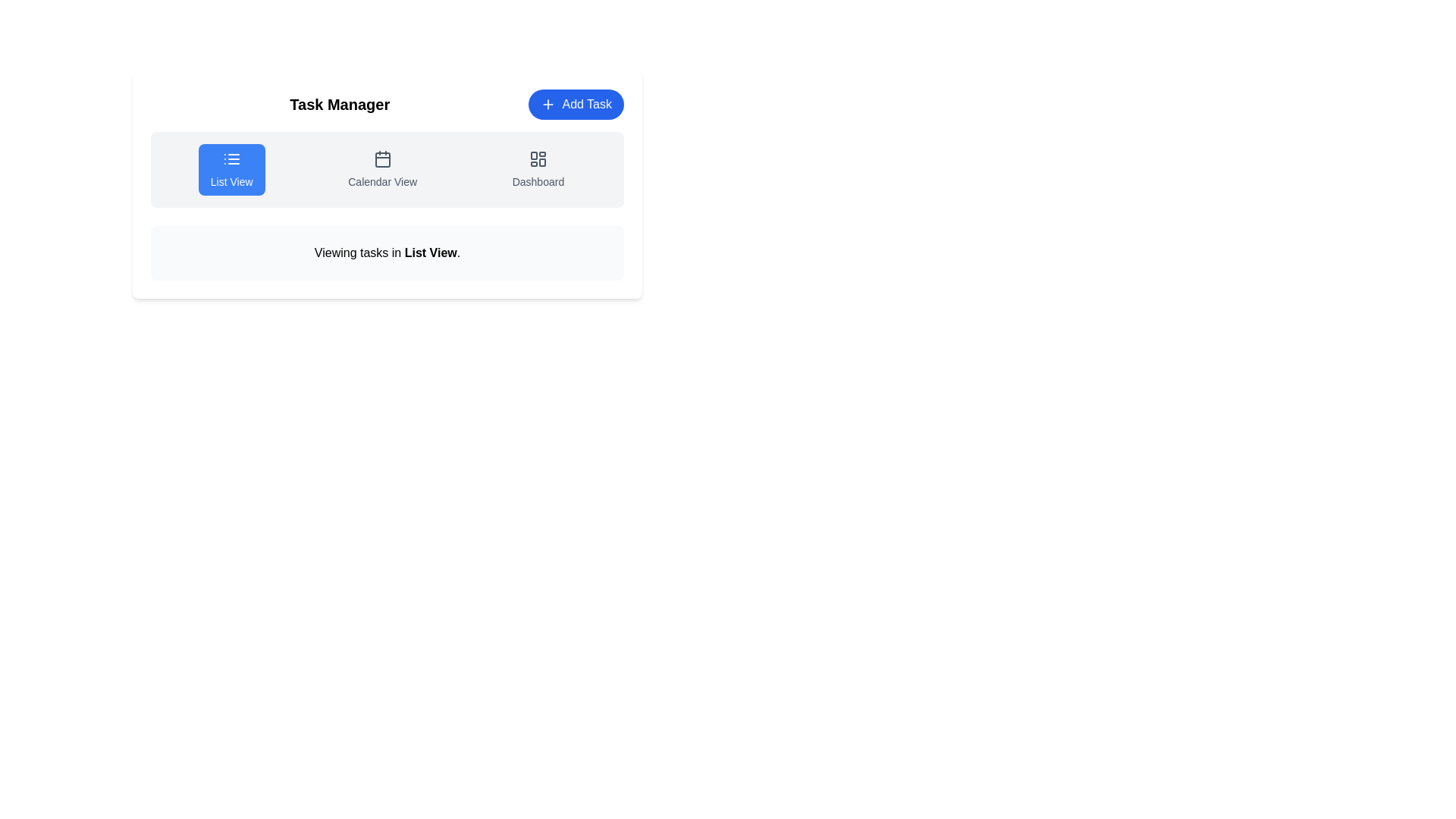 This screenshot has height=819, width=1456. What do you see at coordinates (382, 158) in the screenshot?
I see `the calendar icon, which is the leftmost component in the 'Calendar View' group, visually represented by a rectangular outline with rounded corners and smaller elements resembling a calendar` at bounding box center [382, 158].